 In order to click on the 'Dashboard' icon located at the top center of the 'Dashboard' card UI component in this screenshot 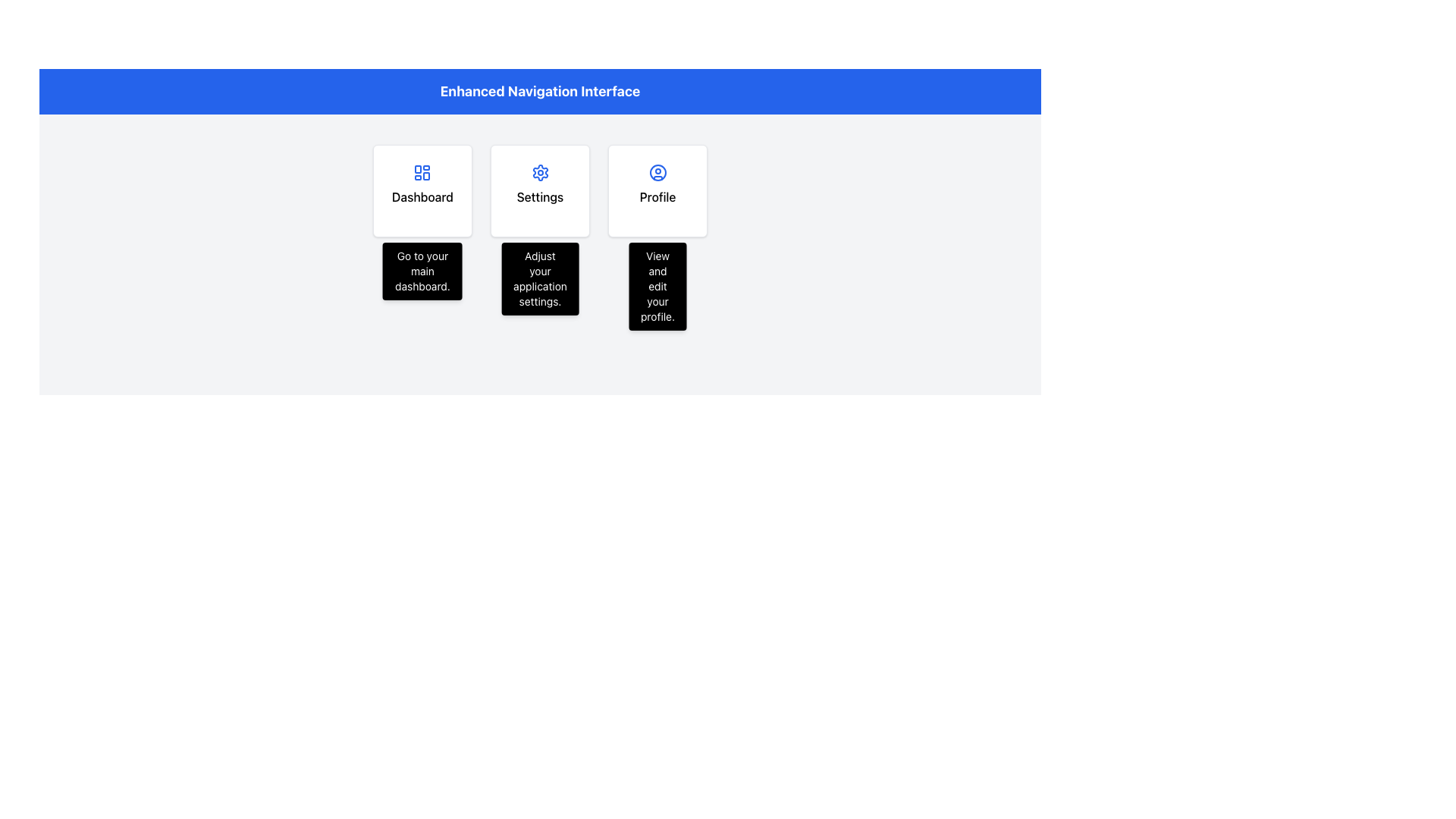, I will do `click(422, 171)`.